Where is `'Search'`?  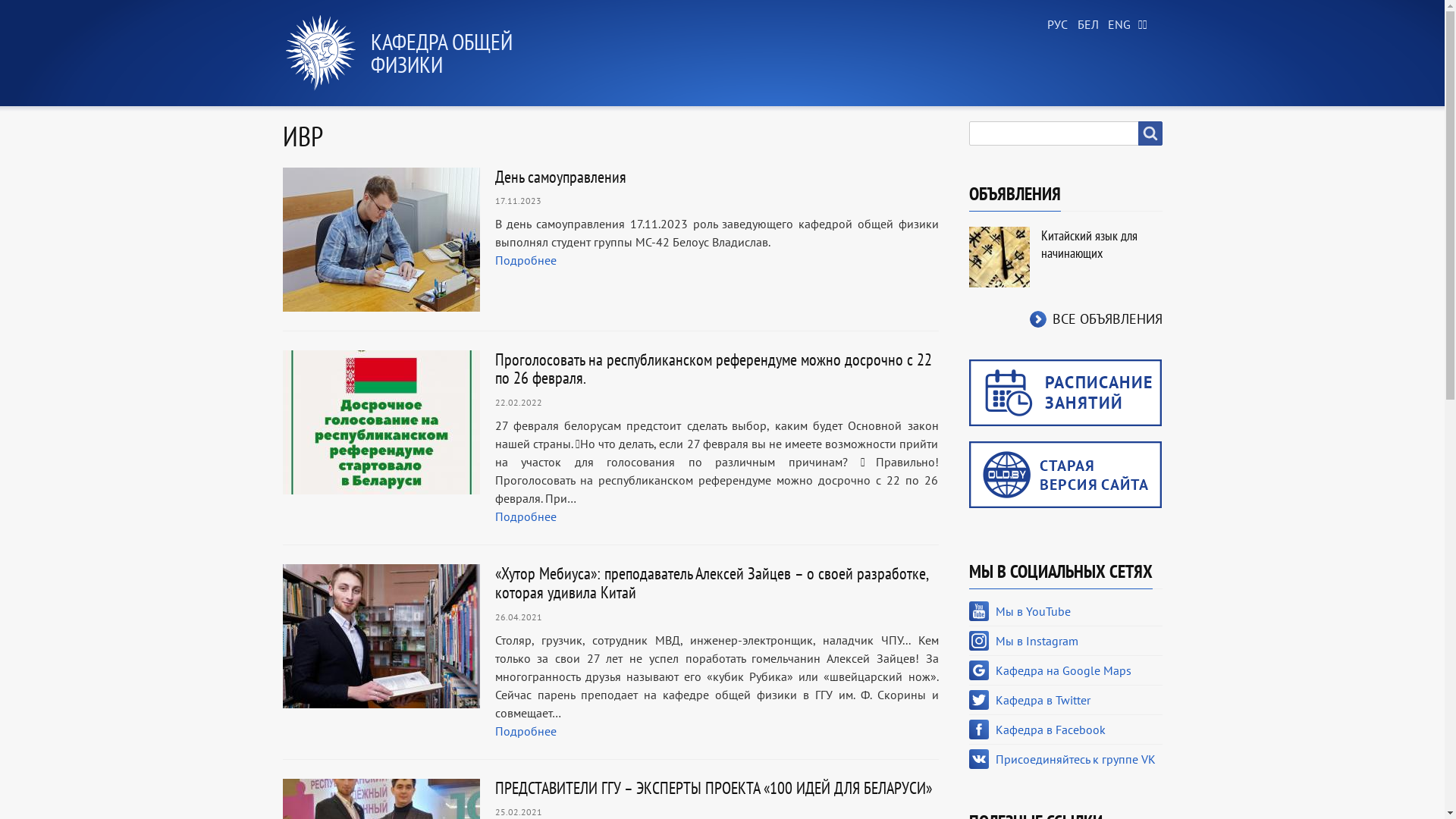 'Search' is located at coordinates (1150, 133).